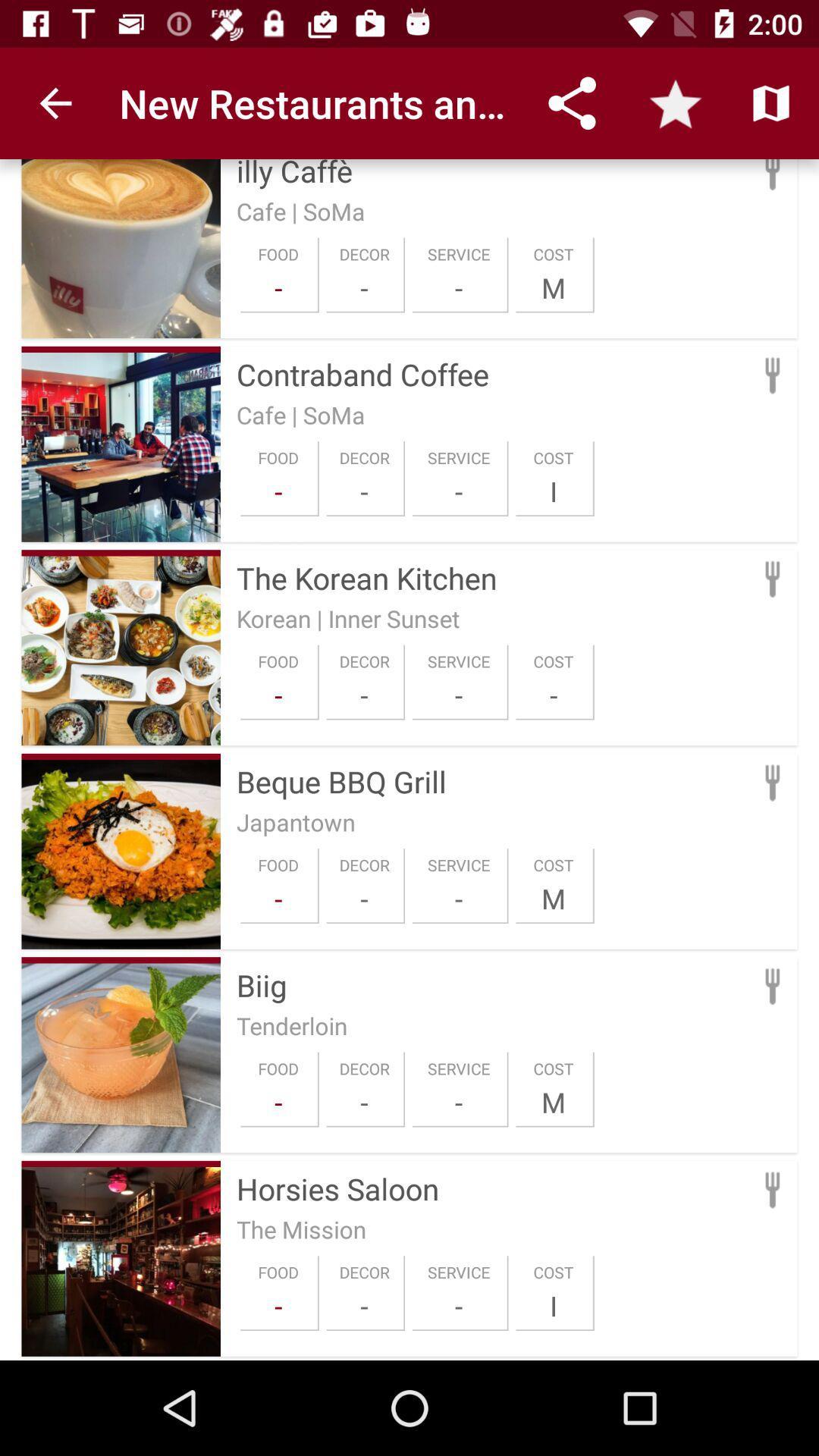 The image size is (819, 1456). What do you see at coordinates (364, 1305) in the screenshot?
I see `the icon next to the food icon` at bounding box center [364, 1305].